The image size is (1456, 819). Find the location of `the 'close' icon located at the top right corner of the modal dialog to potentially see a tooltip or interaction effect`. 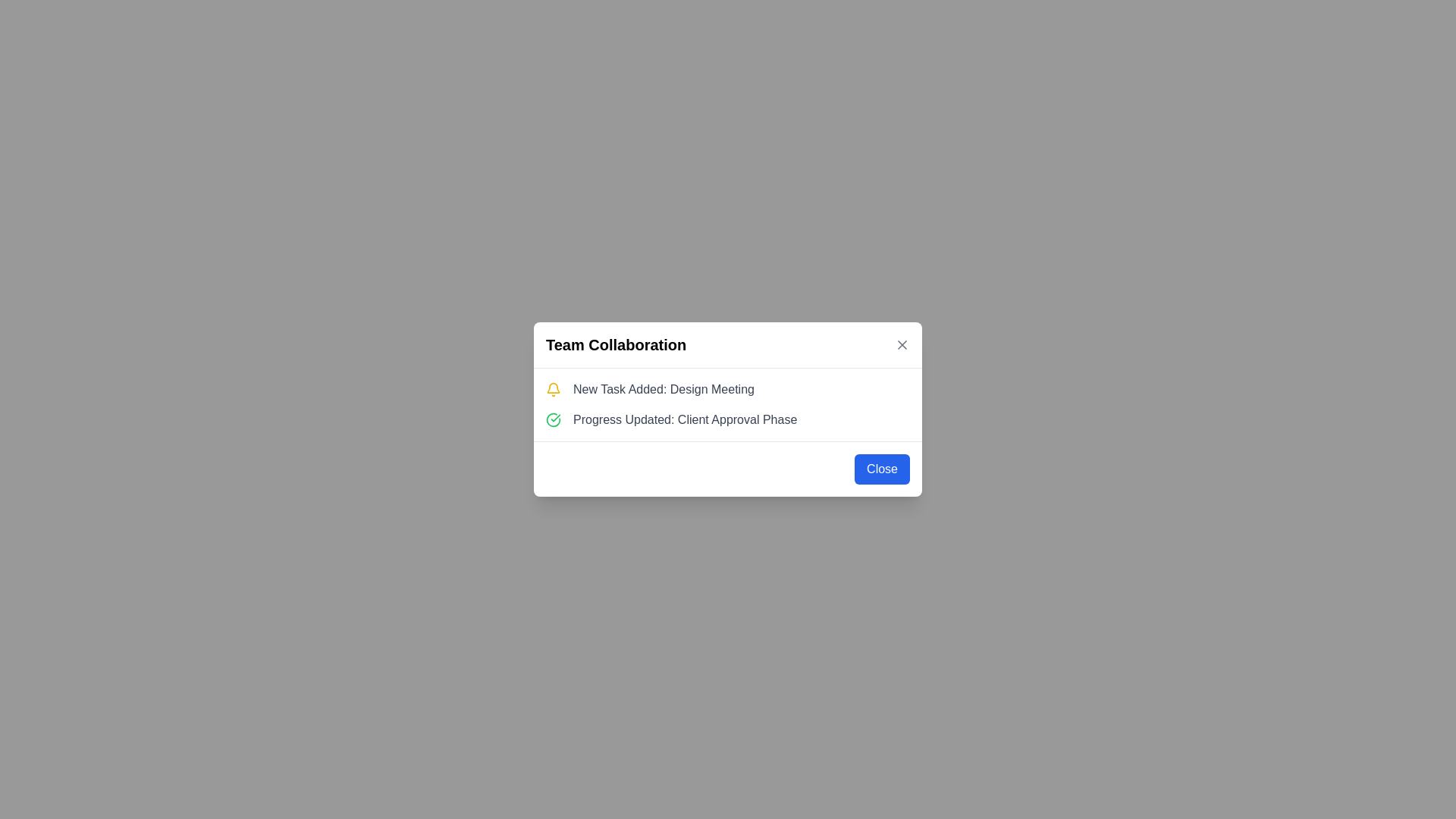

the 'close' icon located at the top right corner of the modal dialog to potentially see a tooltip or interaction effect is located at coordinates (902, 345).